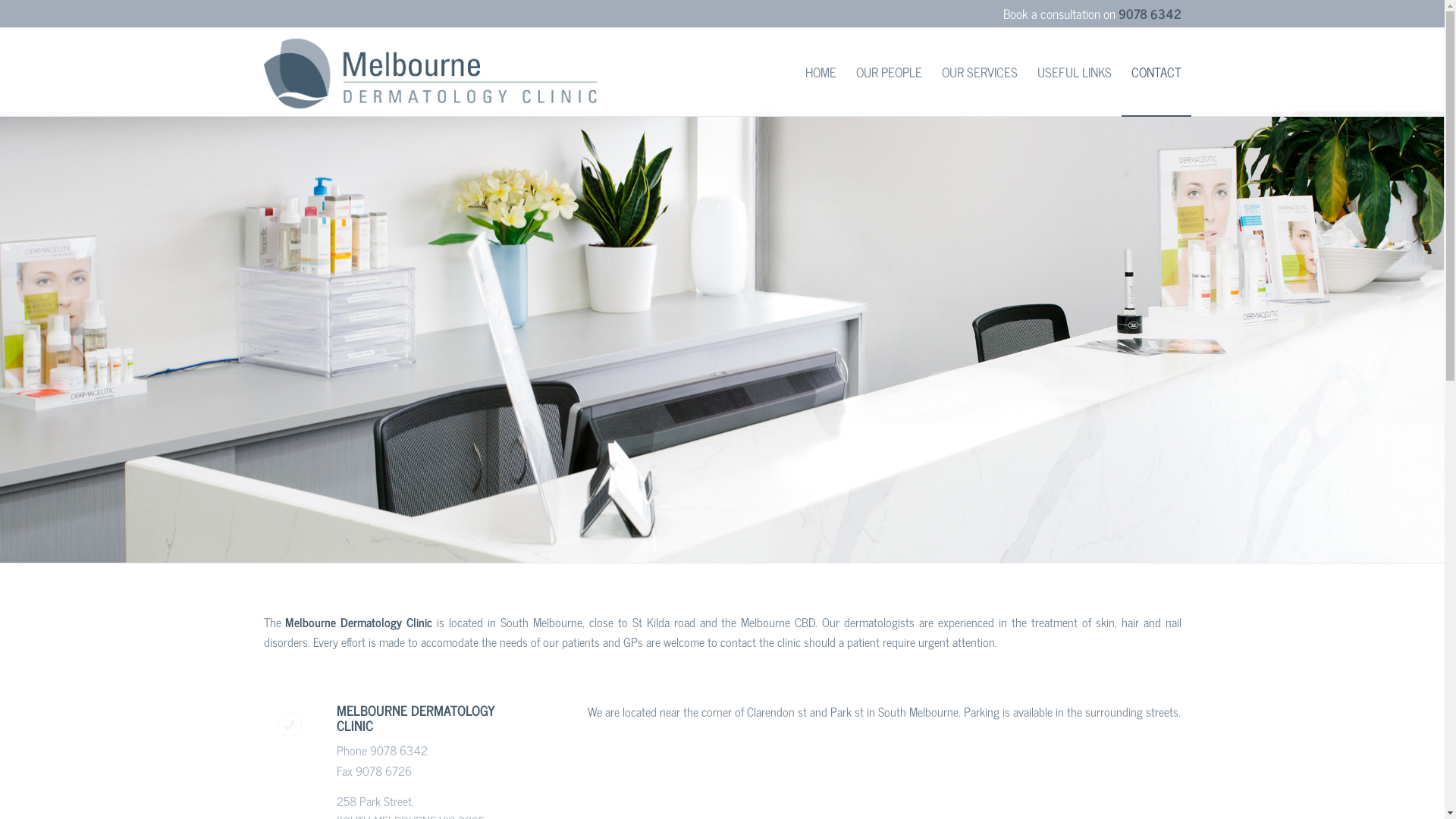  Describe the element at coordinates (819, 72) in the screenshot. I see `'HOME'` at that location.